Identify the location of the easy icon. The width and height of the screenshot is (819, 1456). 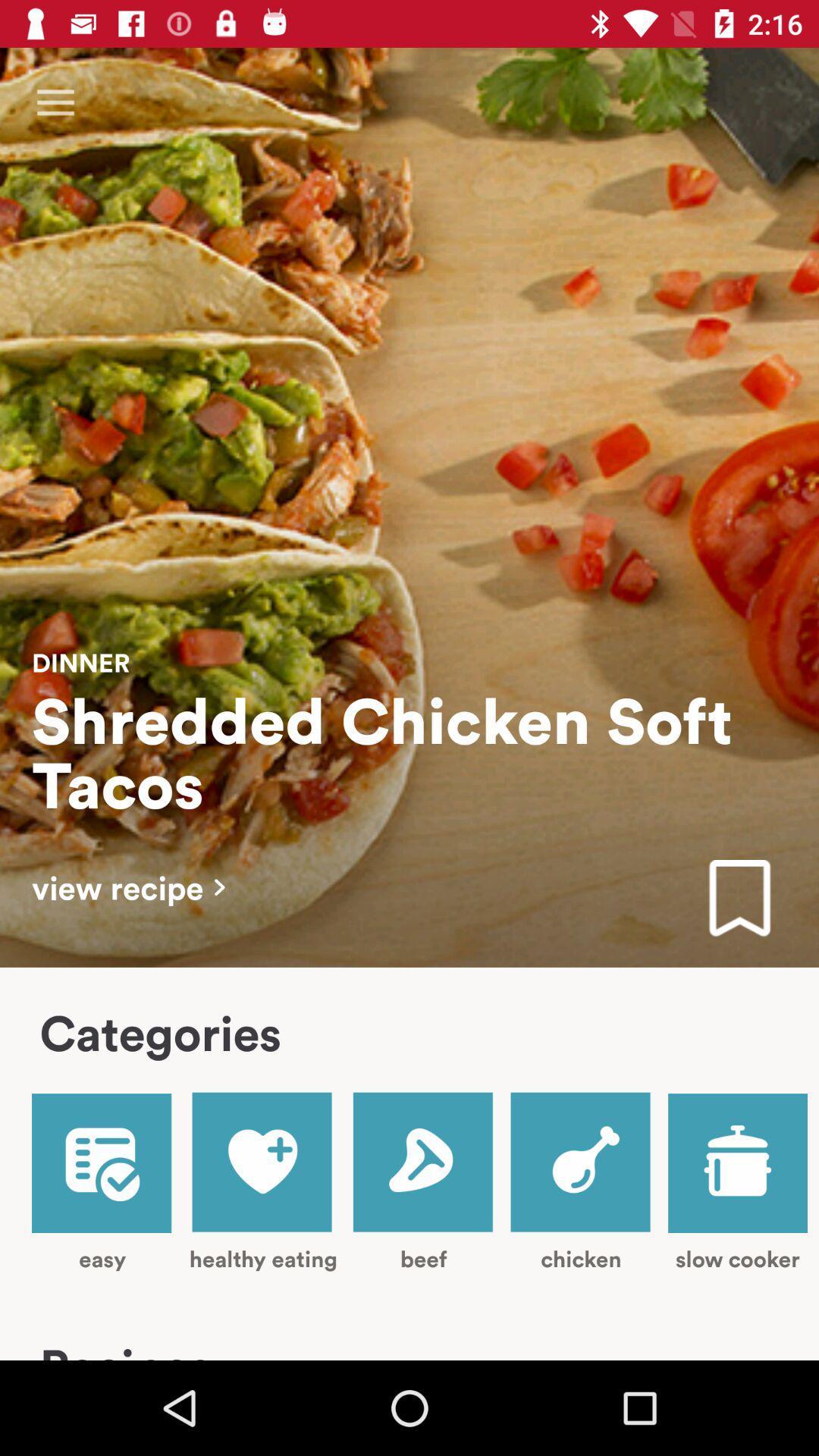
(102, 1182).